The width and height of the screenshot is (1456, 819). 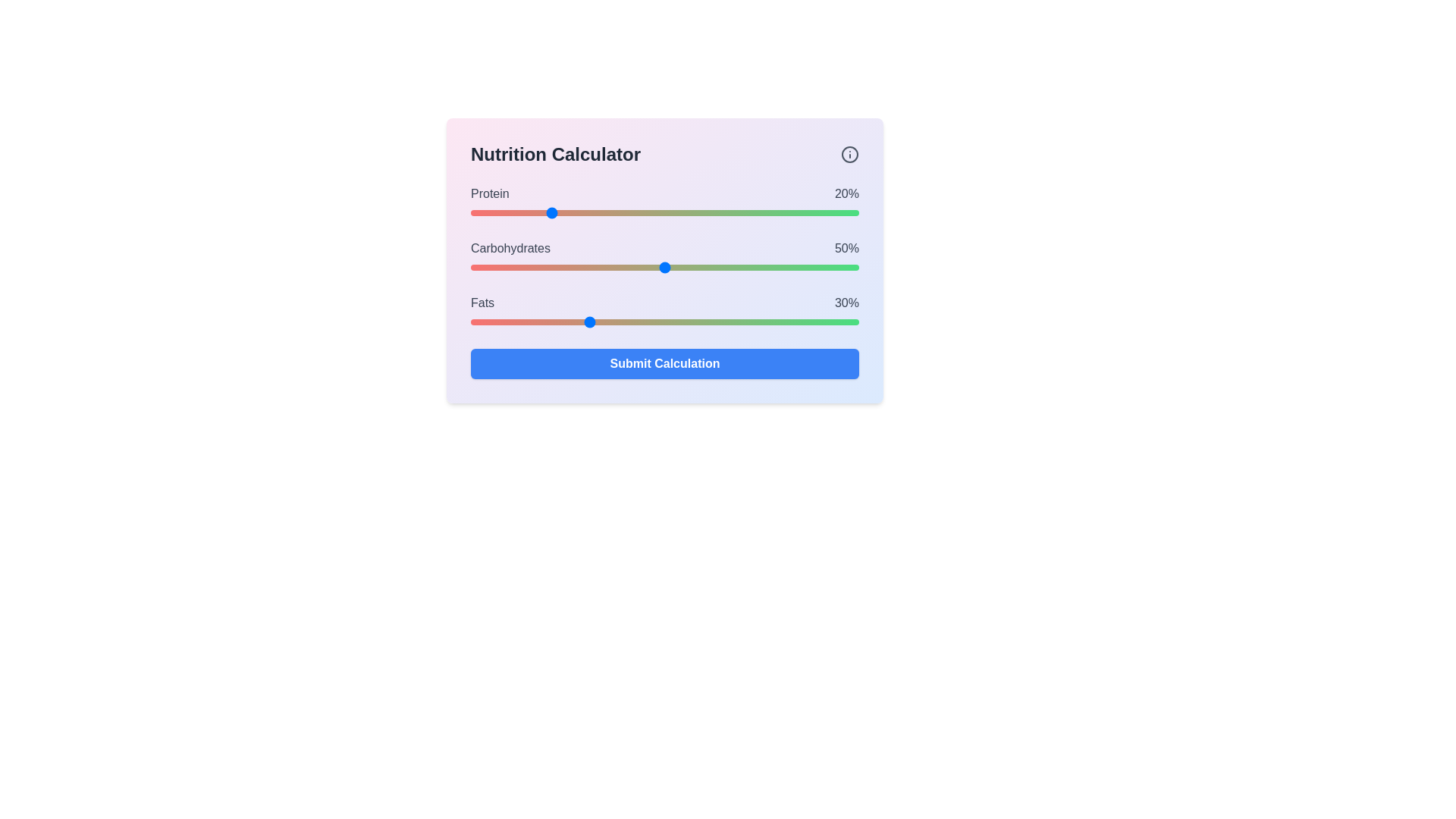 I want to click on the protein slider to 13%, so click(x=521, y=213).